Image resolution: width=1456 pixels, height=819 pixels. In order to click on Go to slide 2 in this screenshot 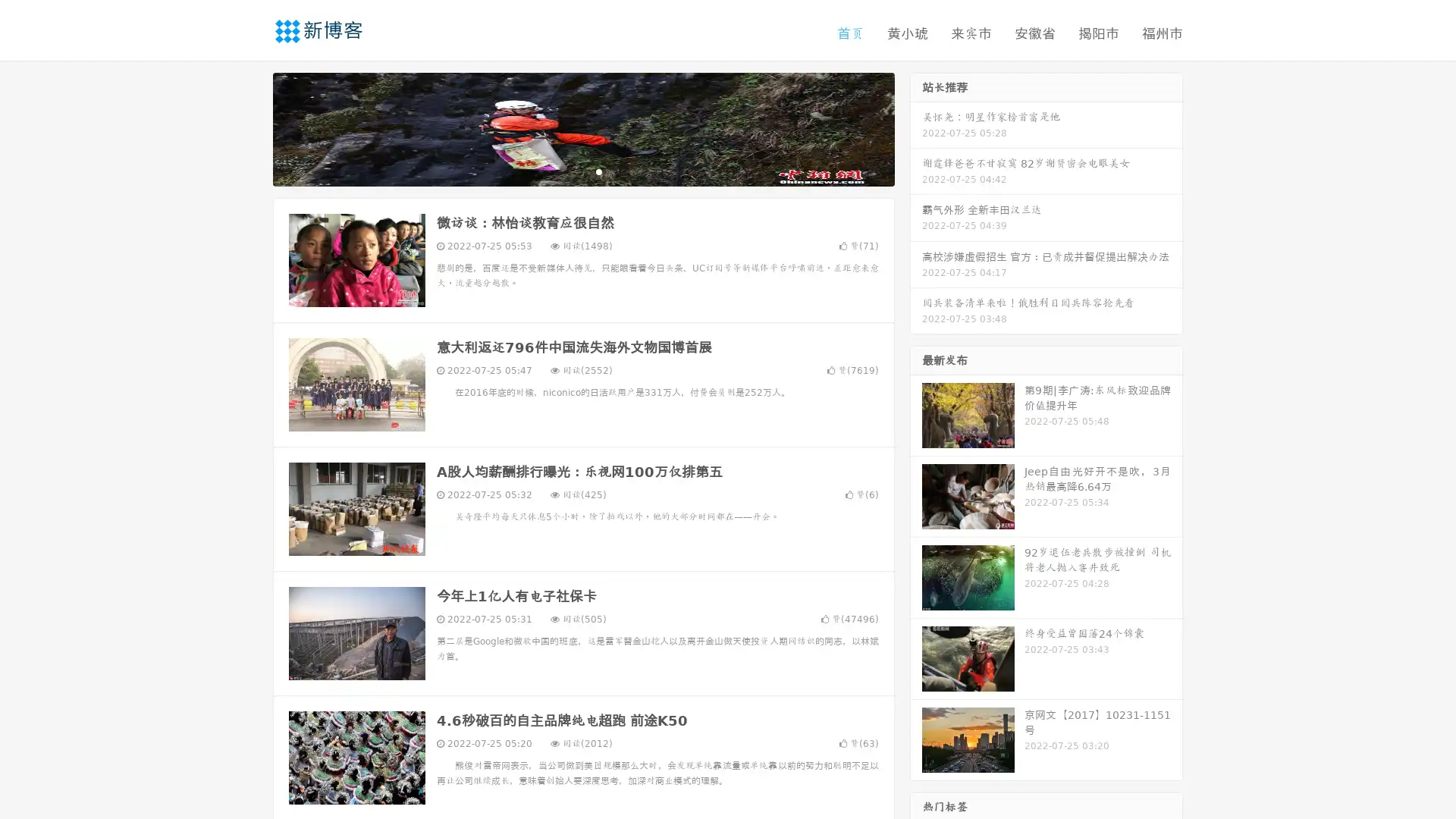, I will do `click(582, 171)`.